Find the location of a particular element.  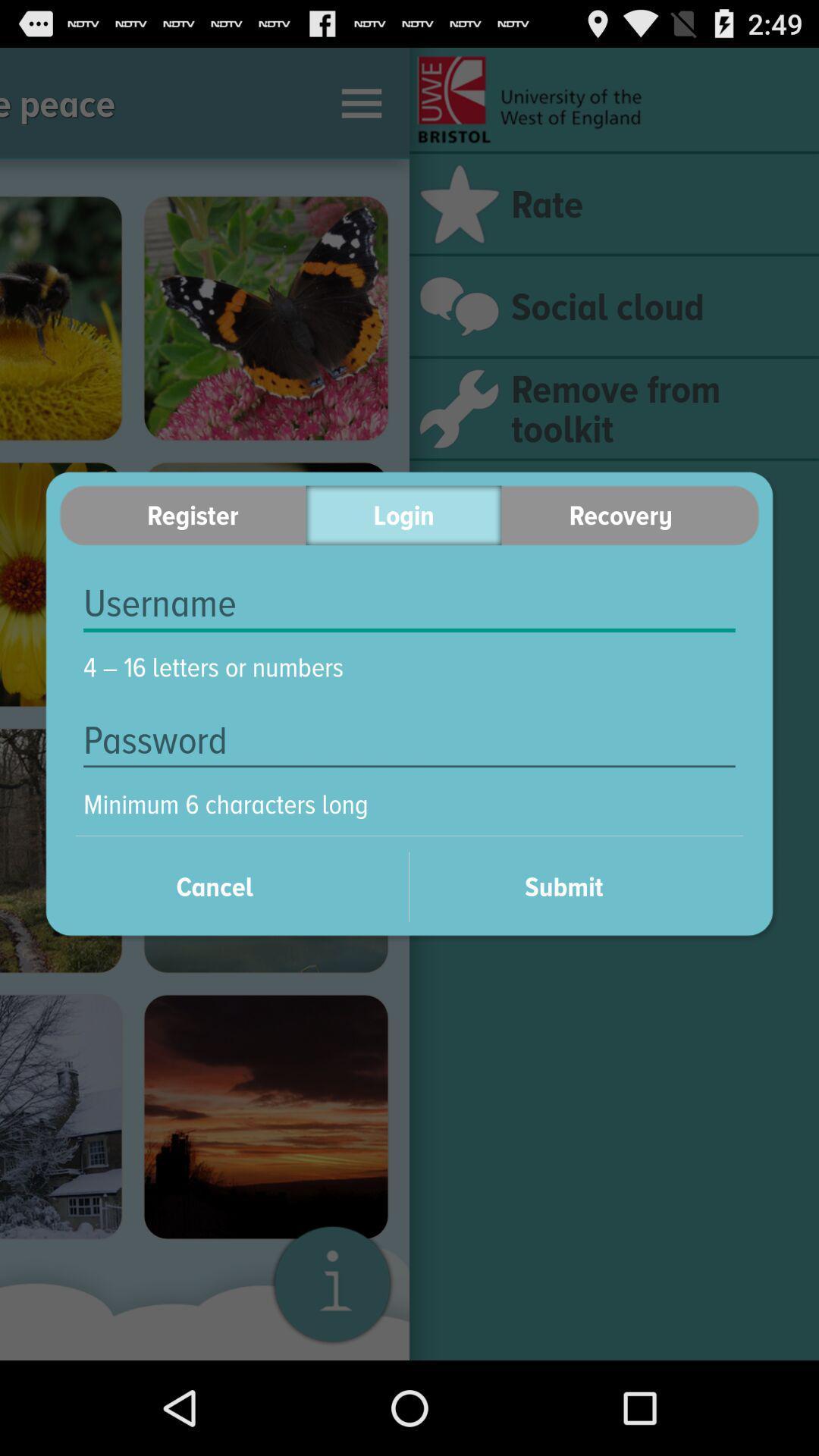

icon next to register is located at coordinates (403, 515).